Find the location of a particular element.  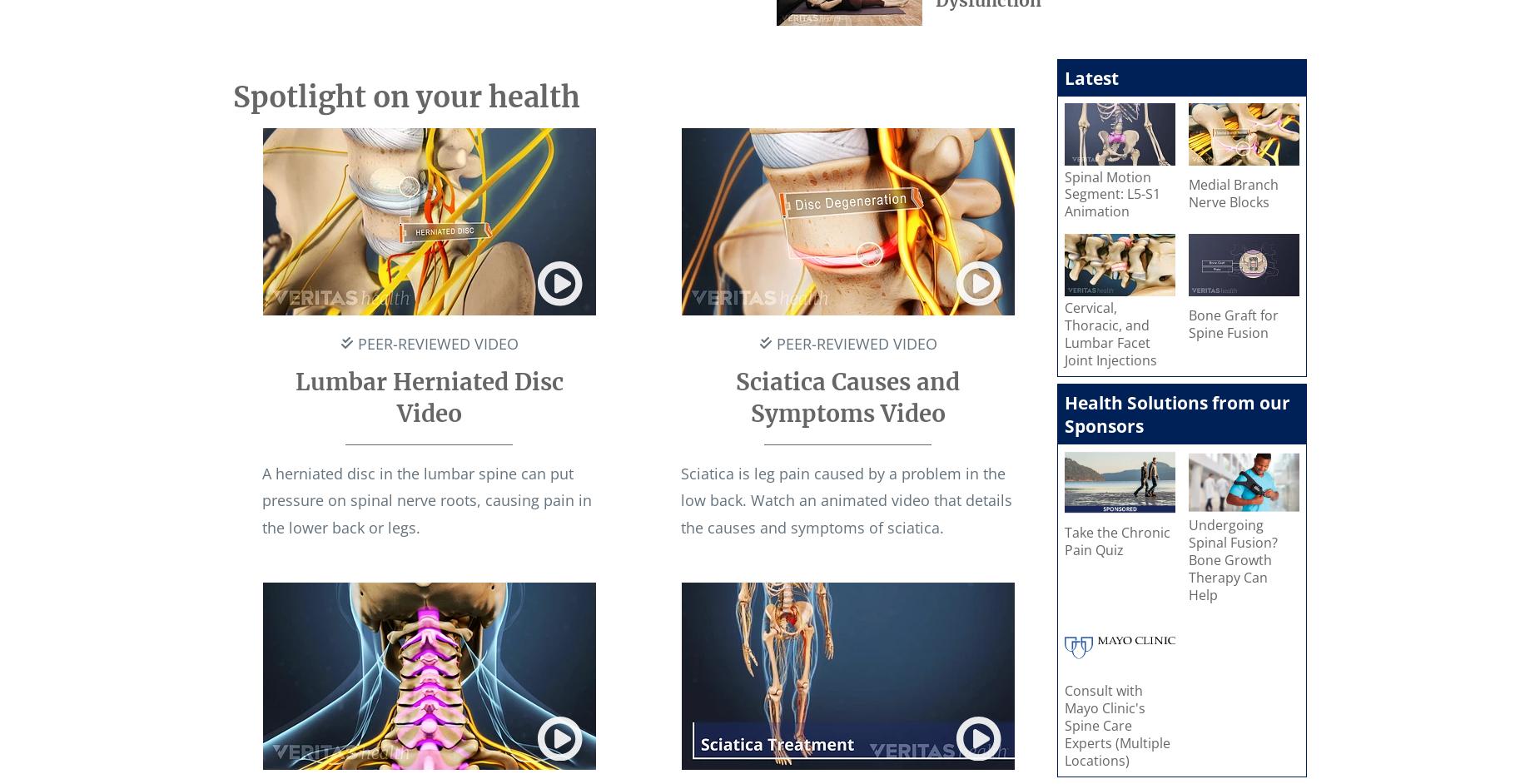

'Bone Graft for Spine Fusion' is located at coordinates (1234, 324).